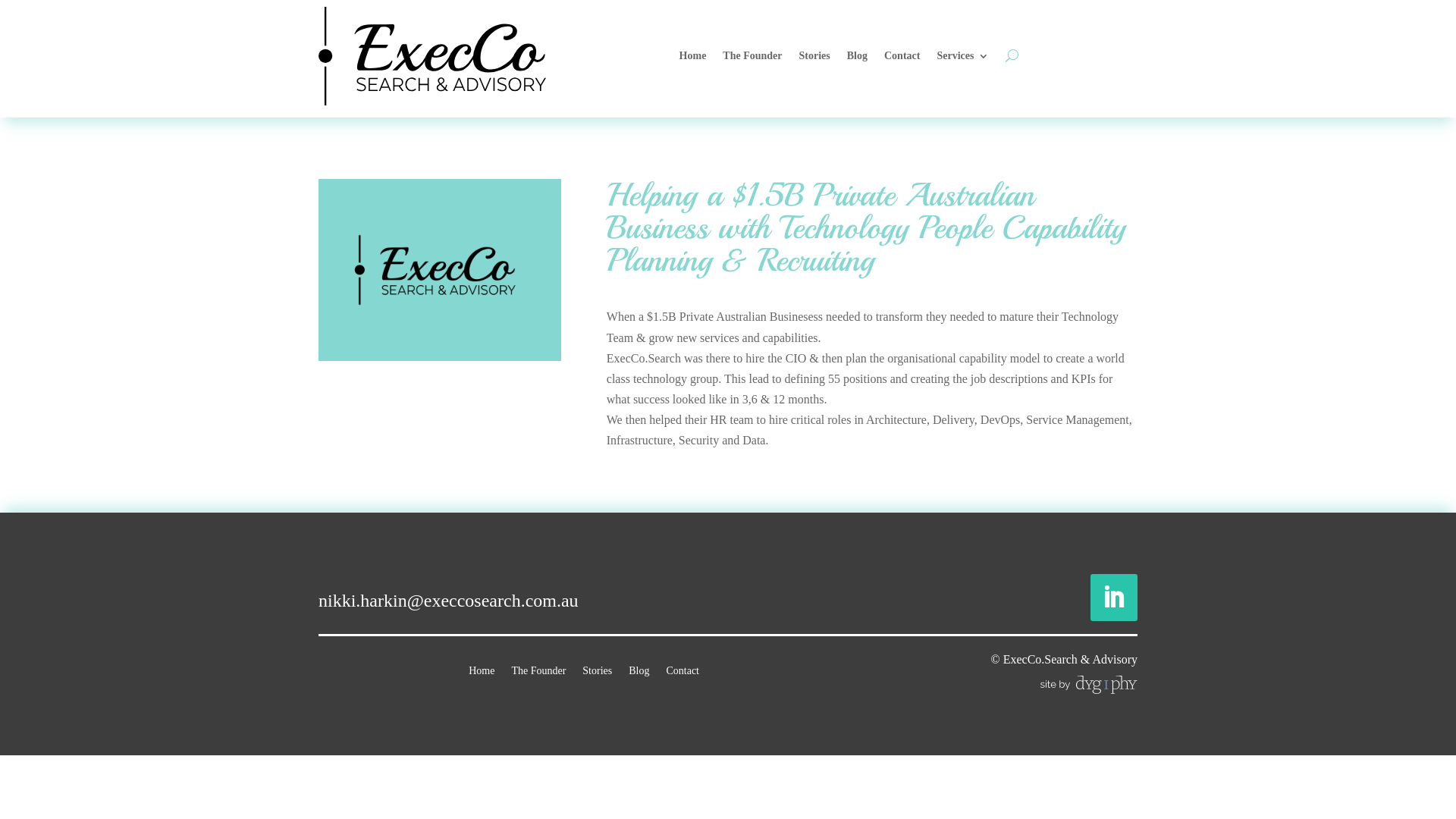 This screenshot has width=1456, height=819. What do you see at coordinates (447, 599) in the screenshot?
I see `'nikki.harkin@execcosearch.com.au'` at bounding box center [447, 599].